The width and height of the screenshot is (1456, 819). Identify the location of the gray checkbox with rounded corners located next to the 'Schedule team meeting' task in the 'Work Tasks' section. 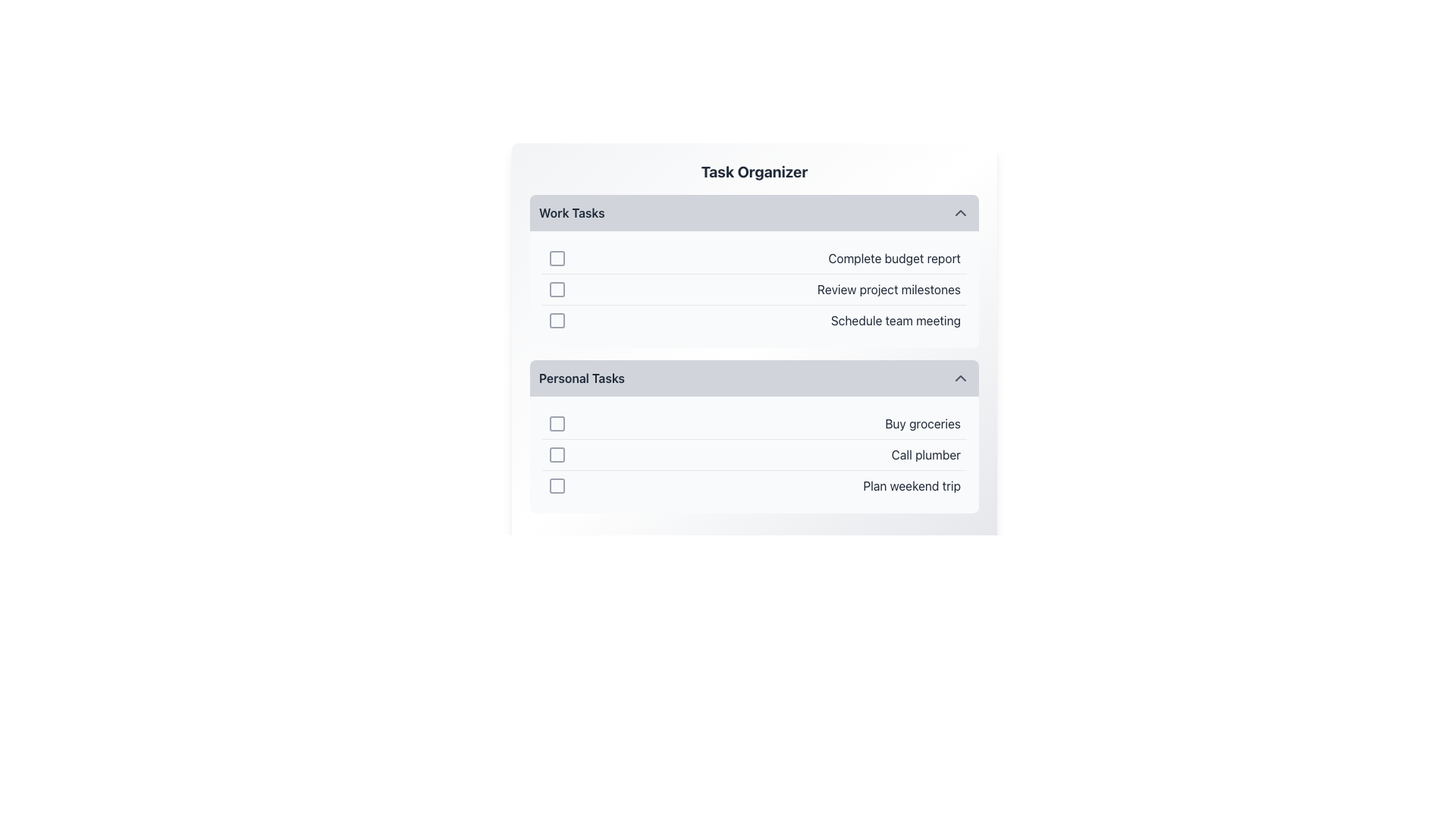
(556, 320).